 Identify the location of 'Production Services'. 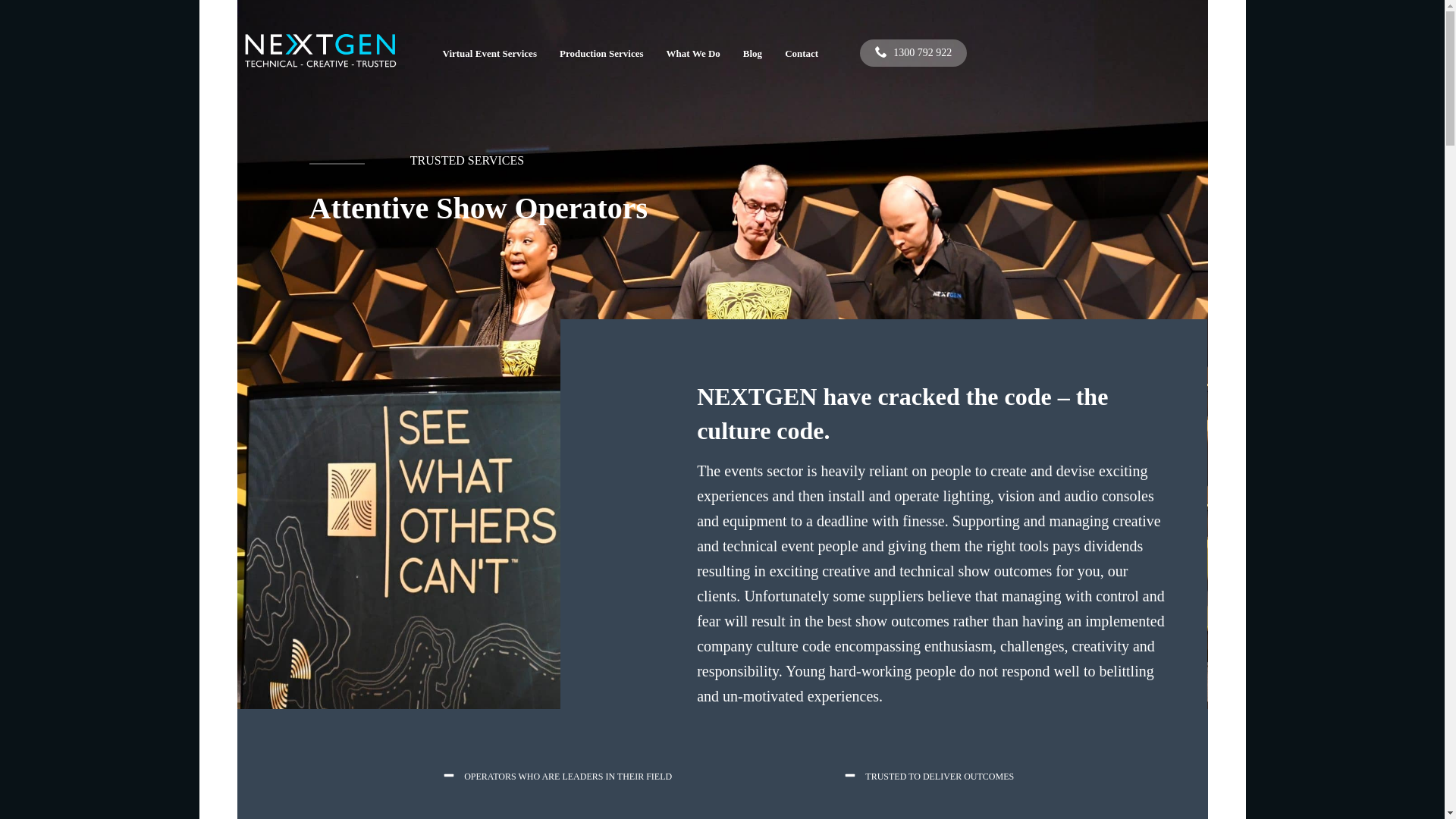
(601, 52).